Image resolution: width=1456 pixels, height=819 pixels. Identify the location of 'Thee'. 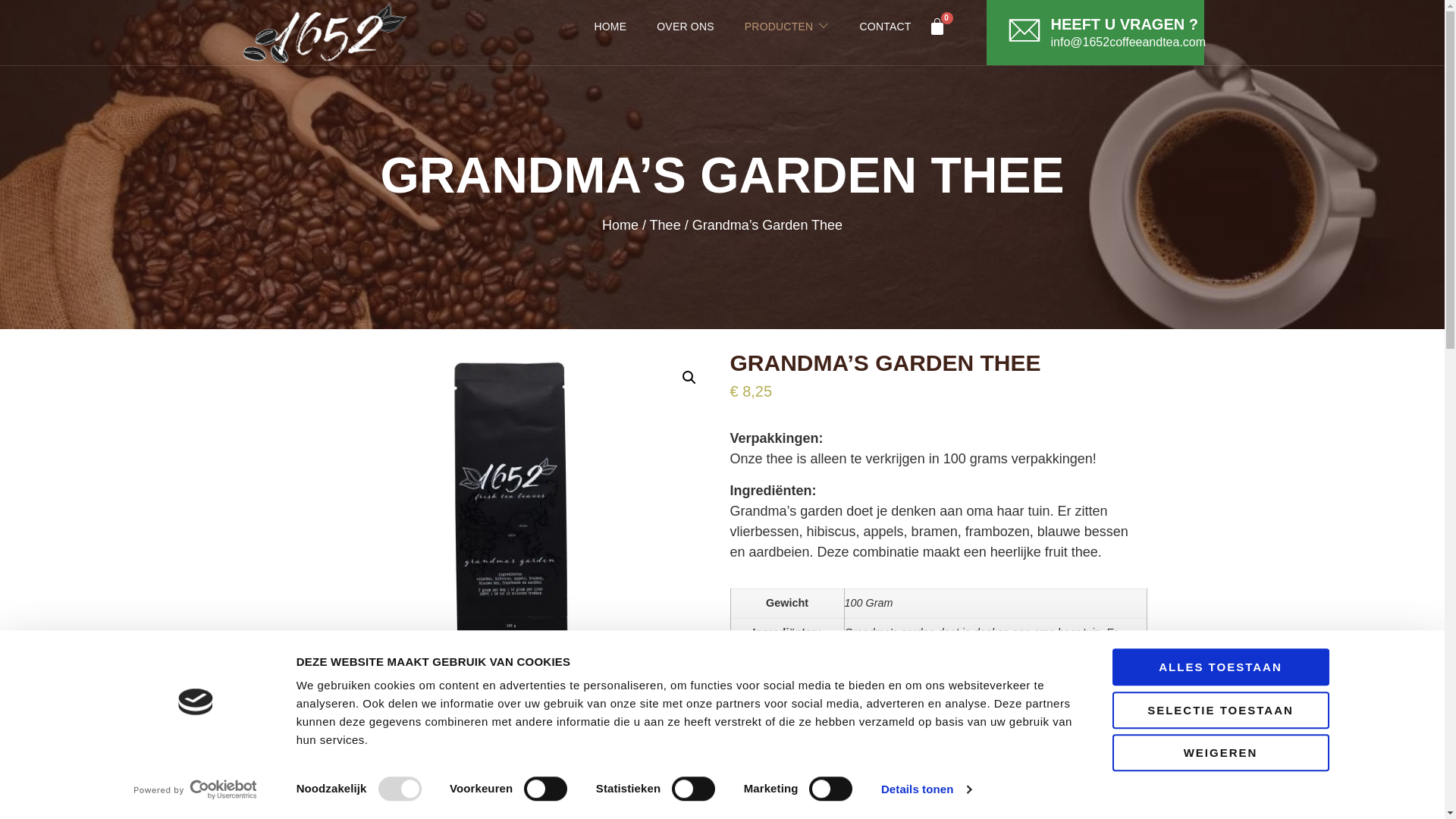
(665, 224).